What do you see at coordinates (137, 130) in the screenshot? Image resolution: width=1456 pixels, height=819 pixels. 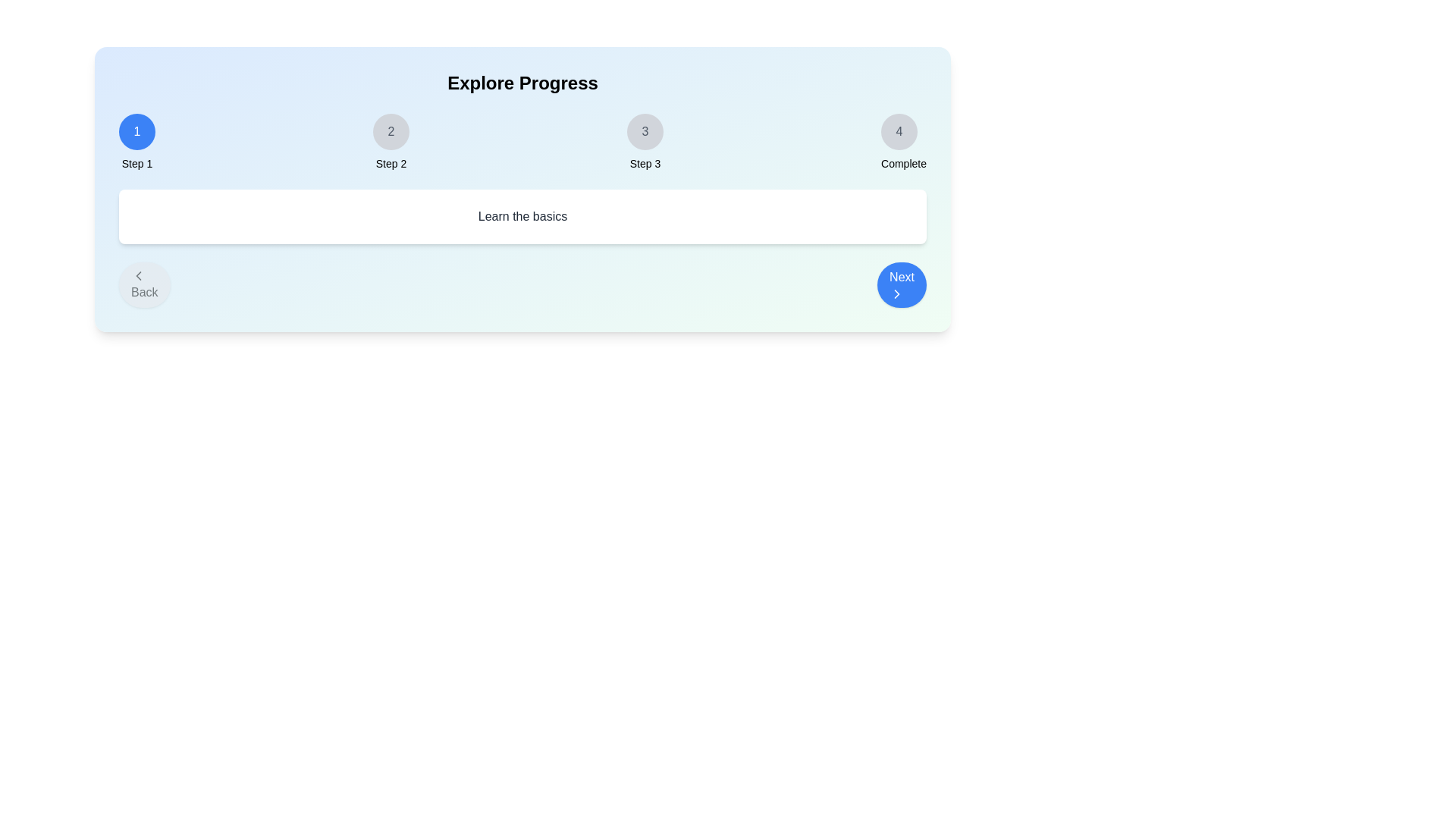 I see `the step indicator for Step 1 to navigate to that step` at bounding box center [137, 130].